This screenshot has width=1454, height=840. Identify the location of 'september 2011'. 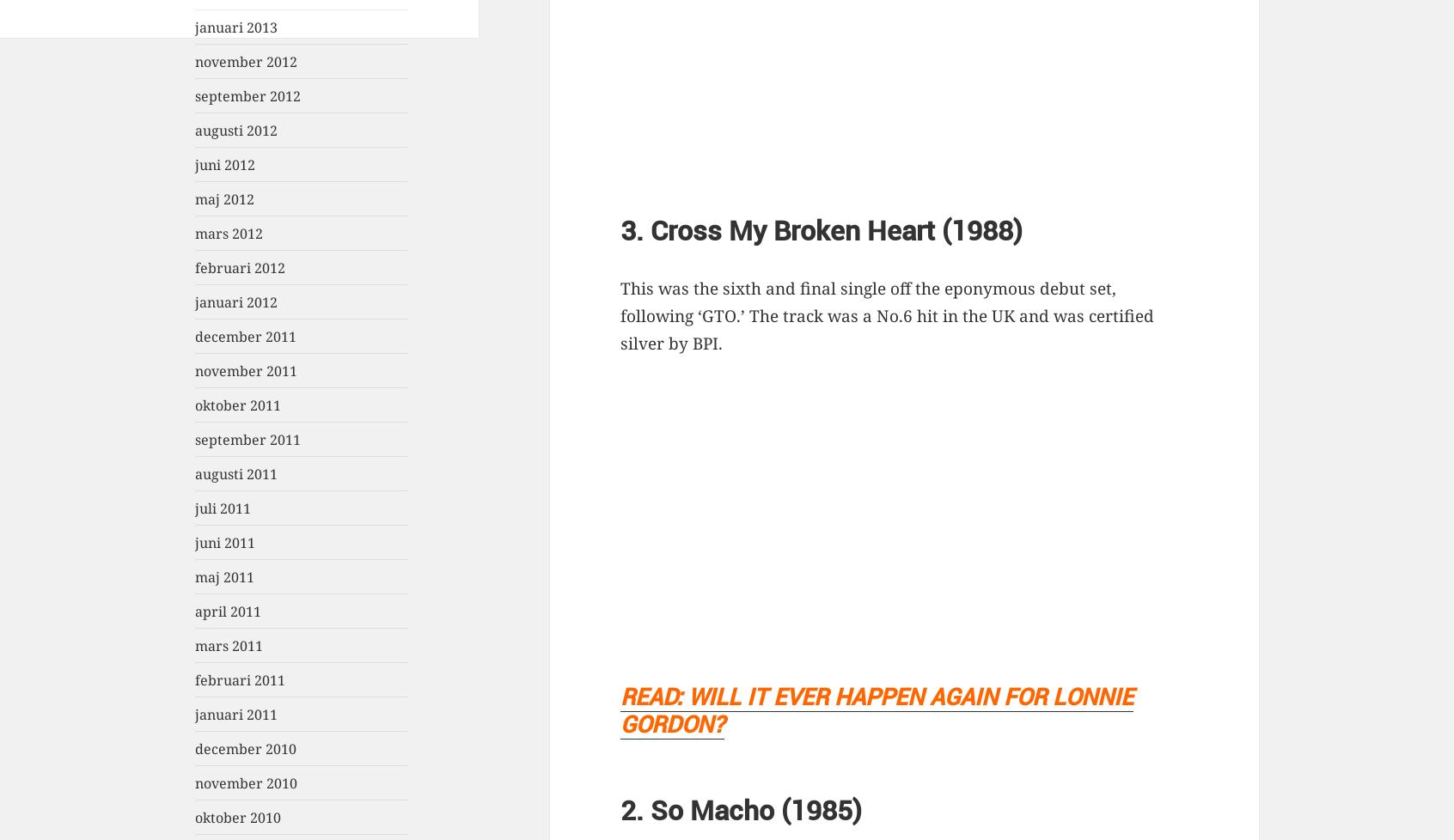
(247, 439).